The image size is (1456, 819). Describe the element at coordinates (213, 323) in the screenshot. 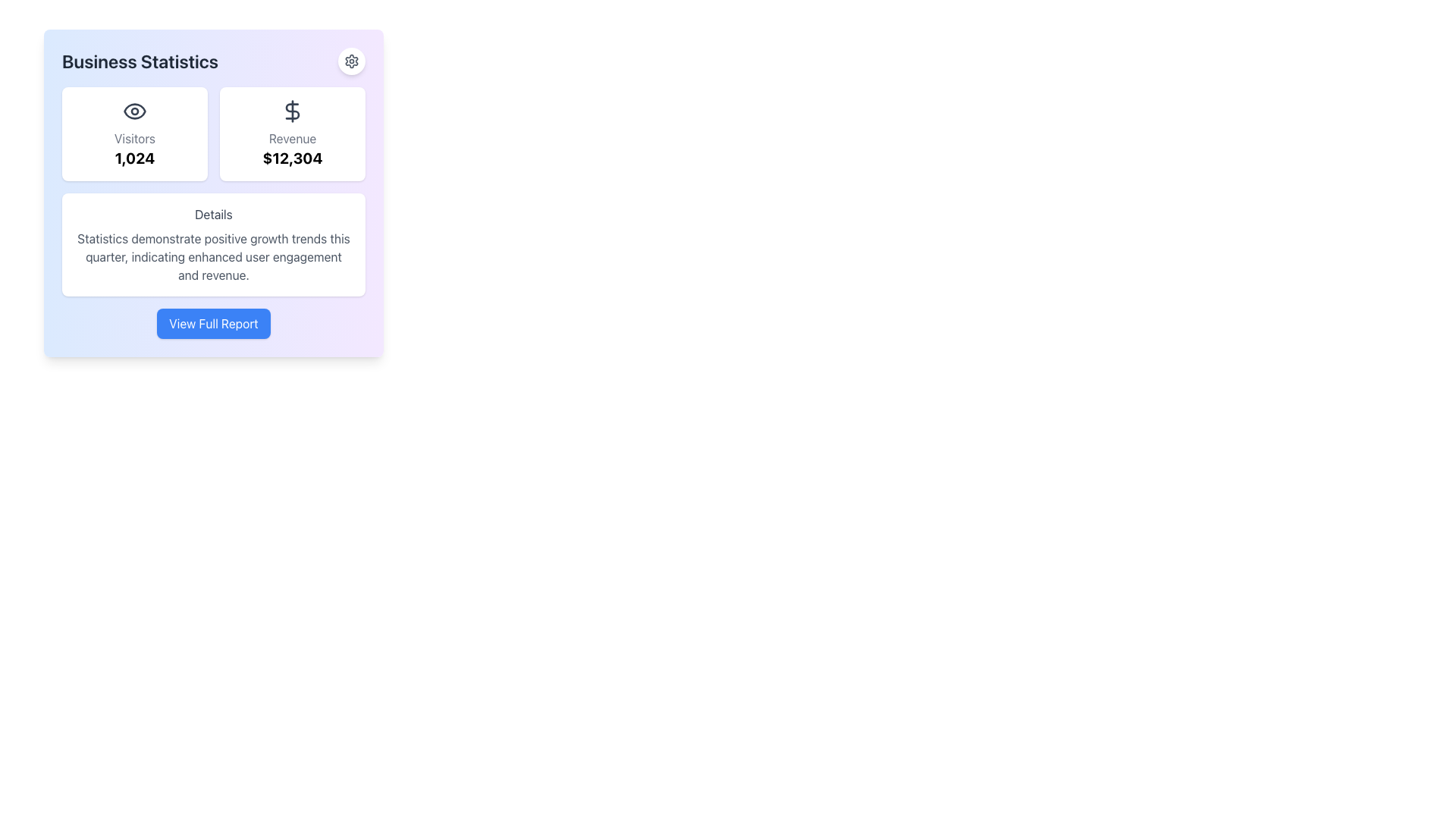

I see `the button located at the bottom of the 'Business Statistics' card to observe visual feedback` at that location.